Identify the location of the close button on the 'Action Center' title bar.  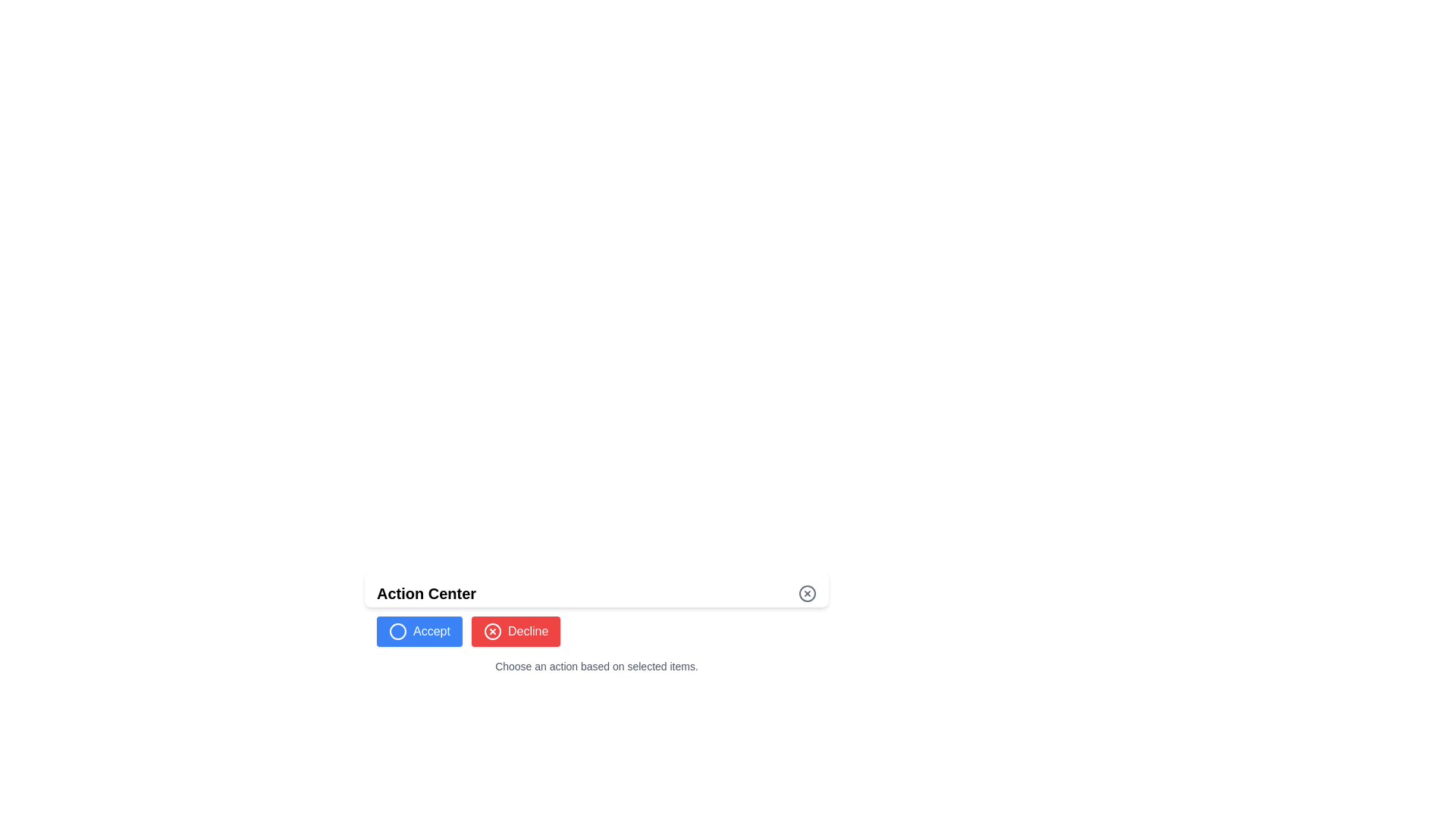
(596, 588).